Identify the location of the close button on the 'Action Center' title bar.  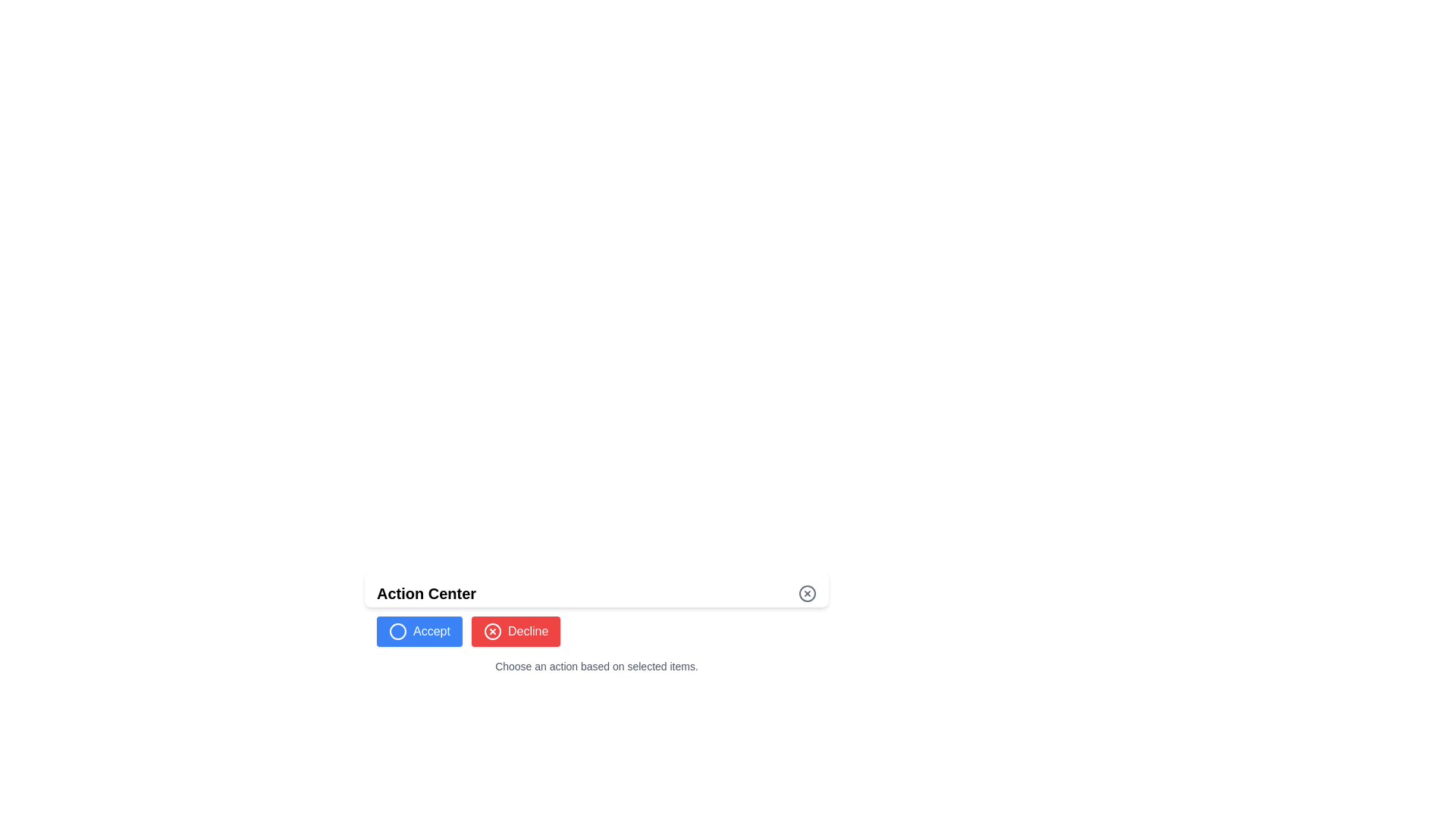
(596, 588).